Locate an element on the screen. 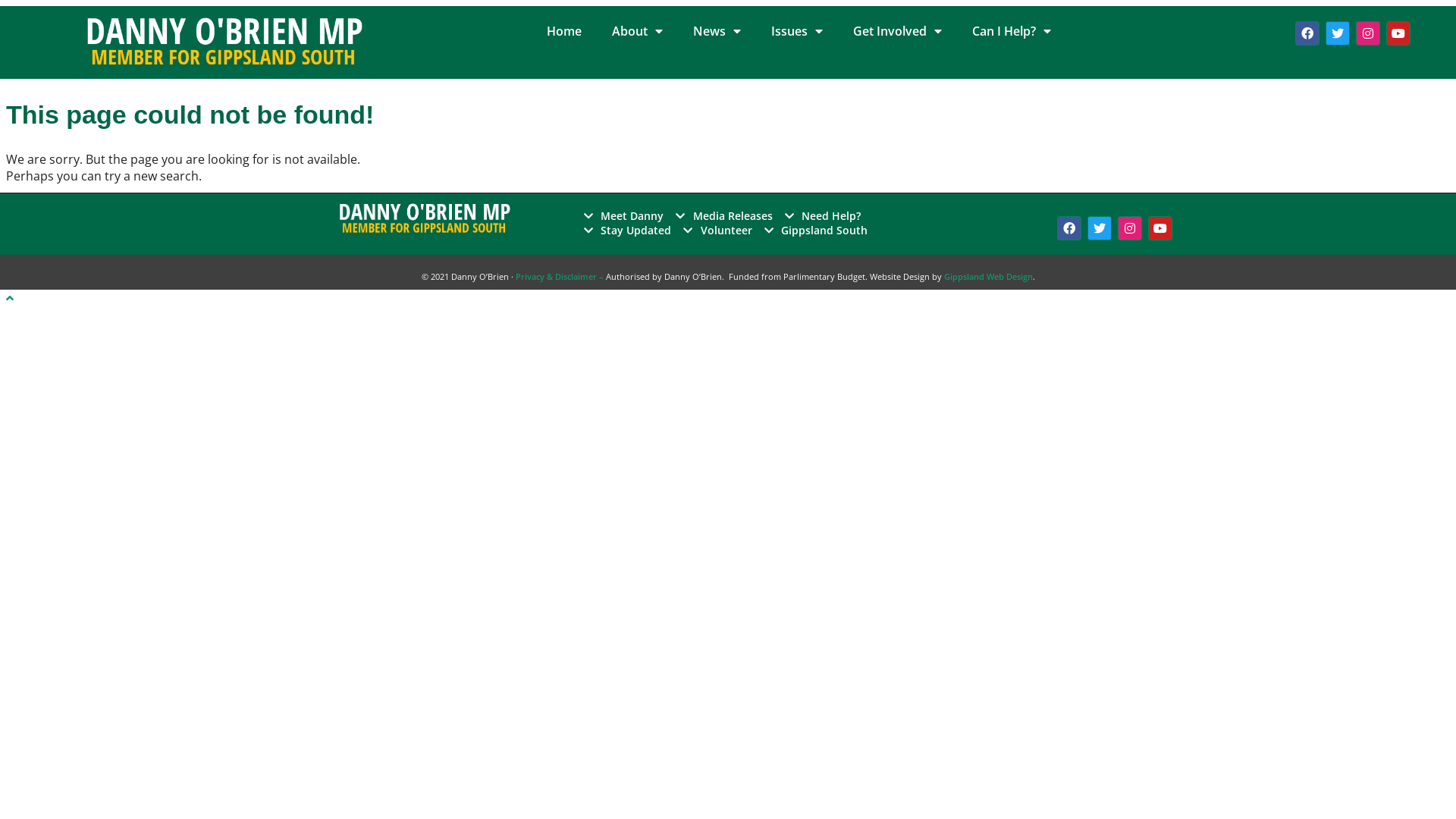 The width and height of the screenshot is (1456, 819). 'Get Involved' is located at coordinates (836, 31).